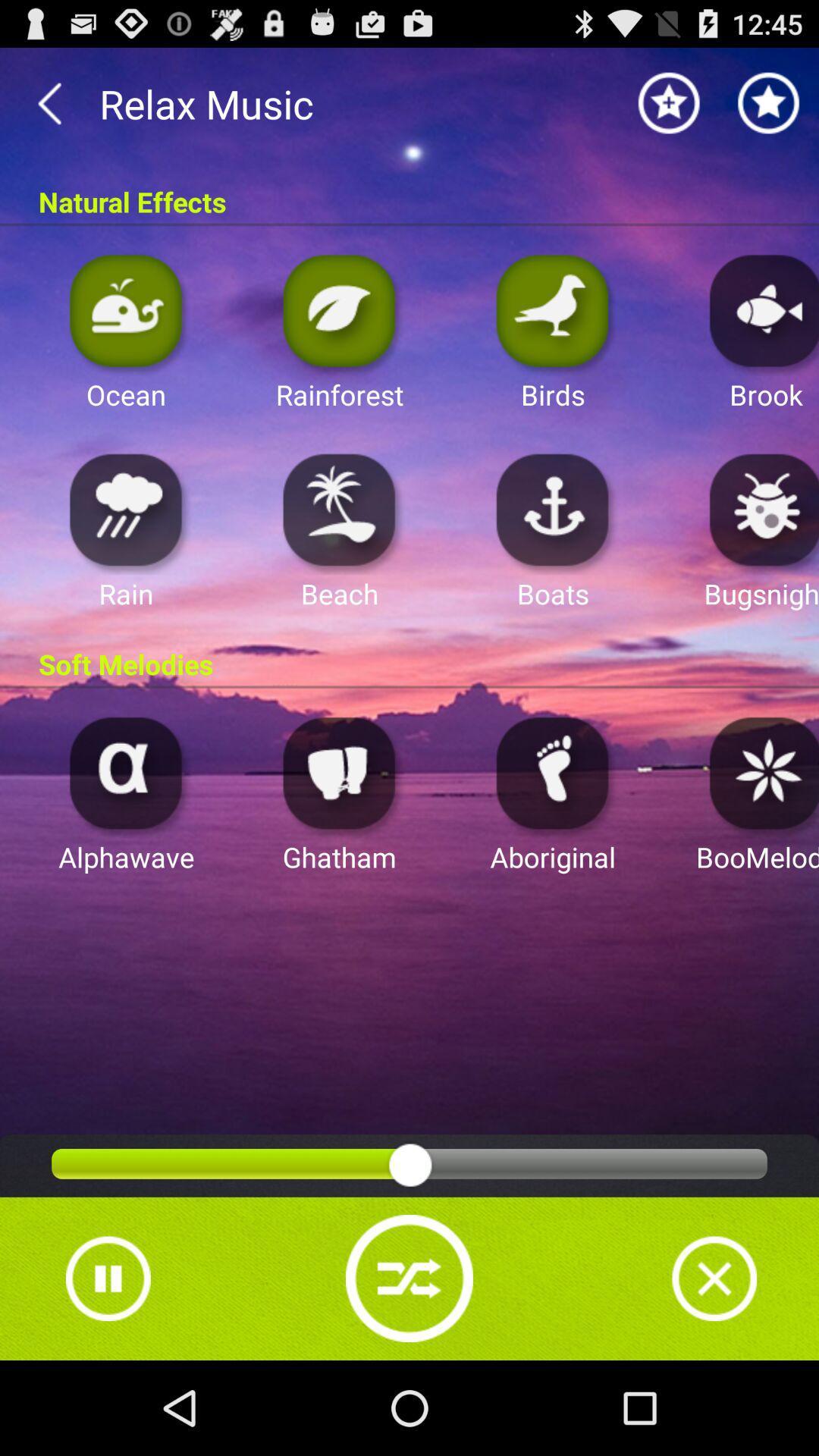 Image resolution: width=819 pixels, height=1456 pixels. What do you see at coordinates (769, 102) in the screenshot?
I see `to favorites` at bounding box center [769, 102].